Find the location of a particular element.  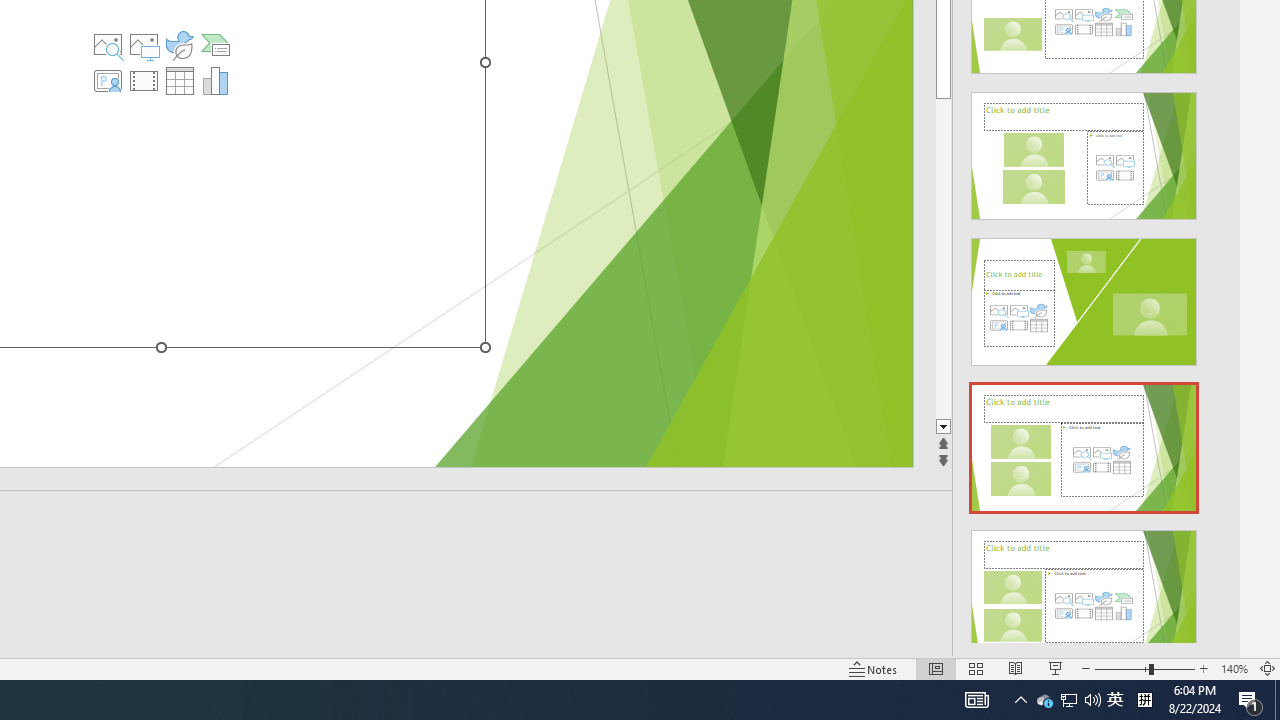

'Stock Images' is located at coordinates (107, 45).